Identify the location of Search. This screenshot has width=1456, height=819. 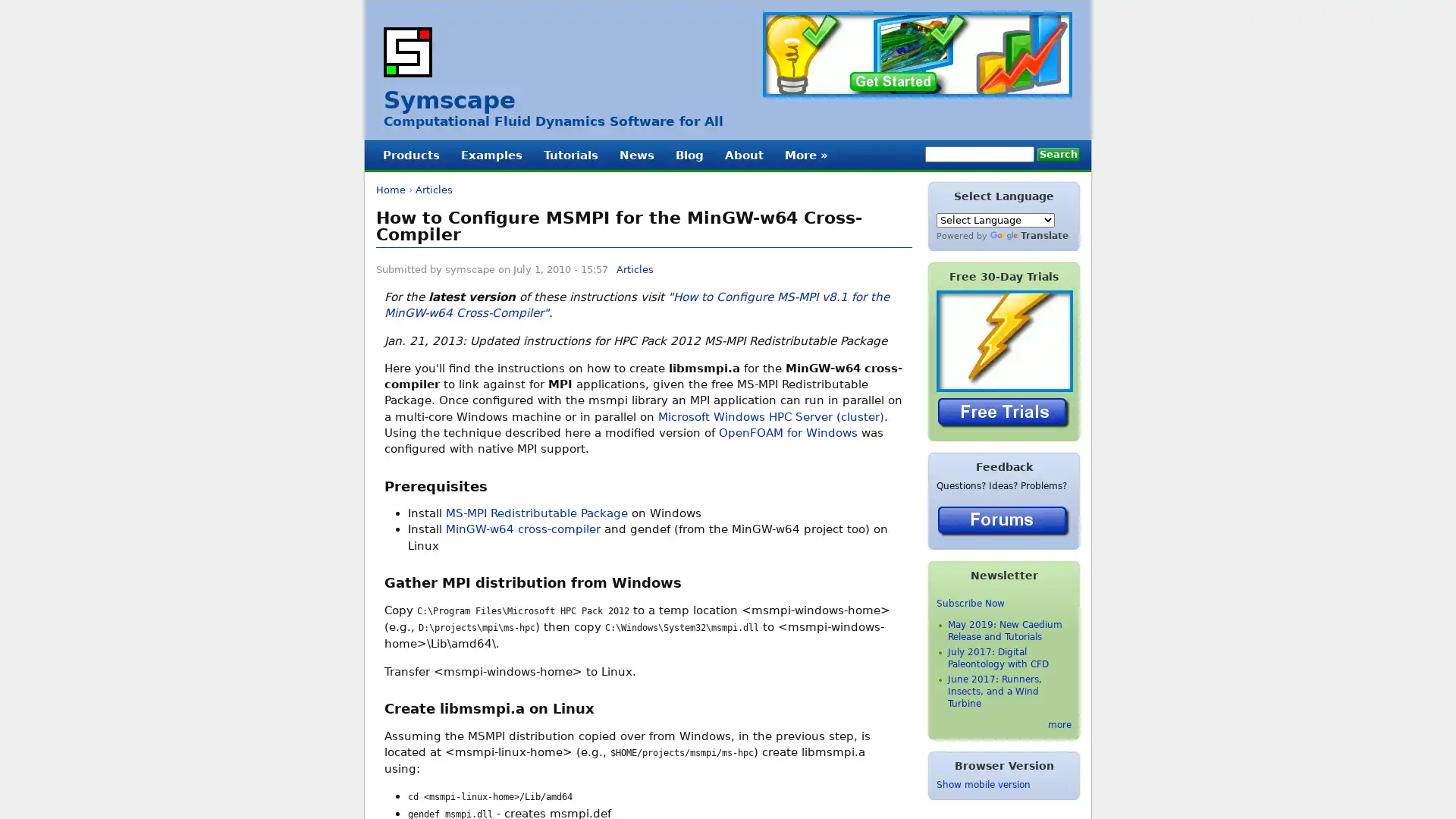
(1058, 155).